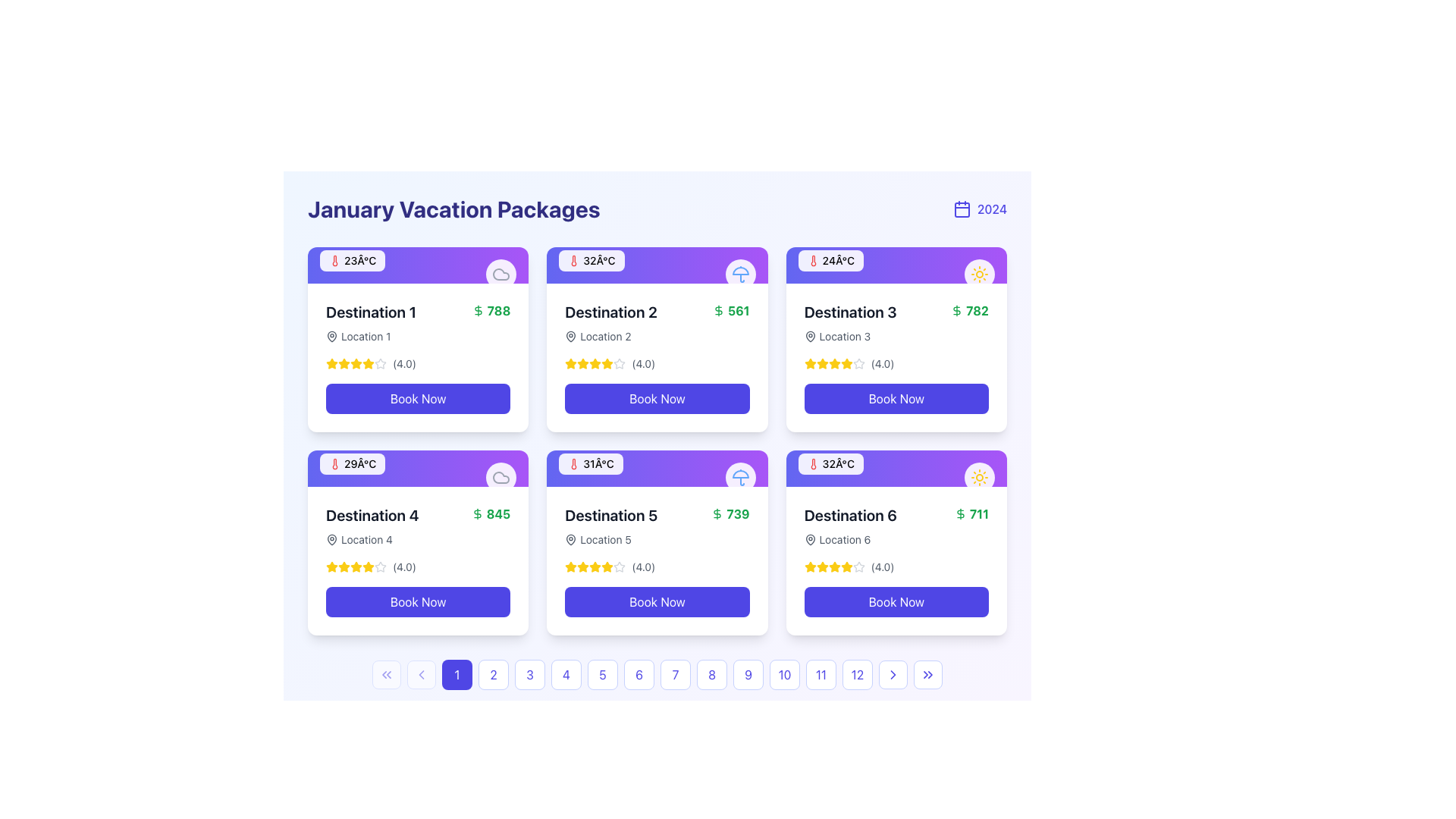 This screenshot has height=819, width=1456. I want to click on price text label located in the second card of the grid layout, positioned under the temperature icon and above the 'Book Now' button, so click(731, 309).